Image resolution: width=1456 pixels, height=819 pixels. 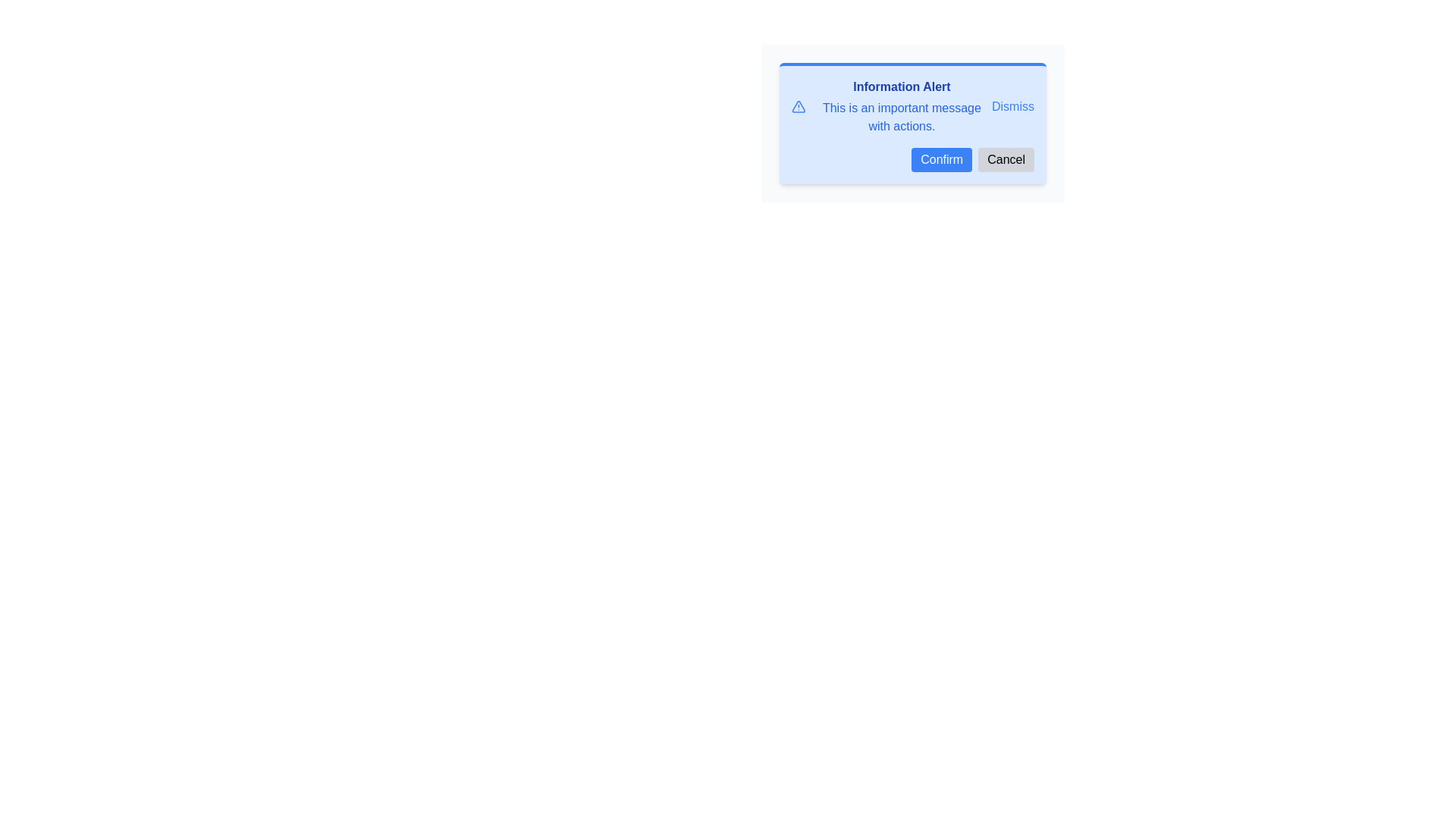 What do you see at coordinates (892, 106) in the screenshot?
I see `the Notification display that contains a blue icon on the left and the text 'Information Alert' in bold blue font, located to the left of the 'Dismiss' button` at bounding box center [892, 106].